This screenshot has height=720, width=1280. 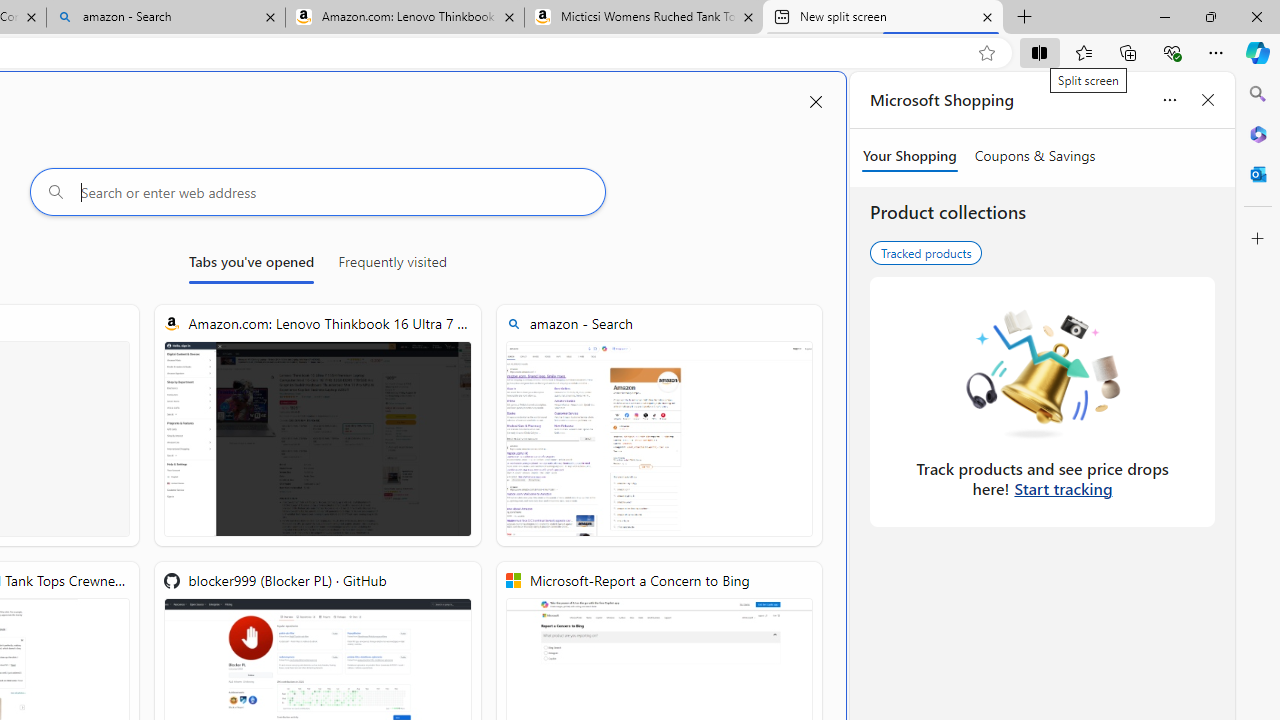 What do you see at coordinates (1209, 16) in the screenshot?
I see `'Restore'` at bounding box center [1209, 16].